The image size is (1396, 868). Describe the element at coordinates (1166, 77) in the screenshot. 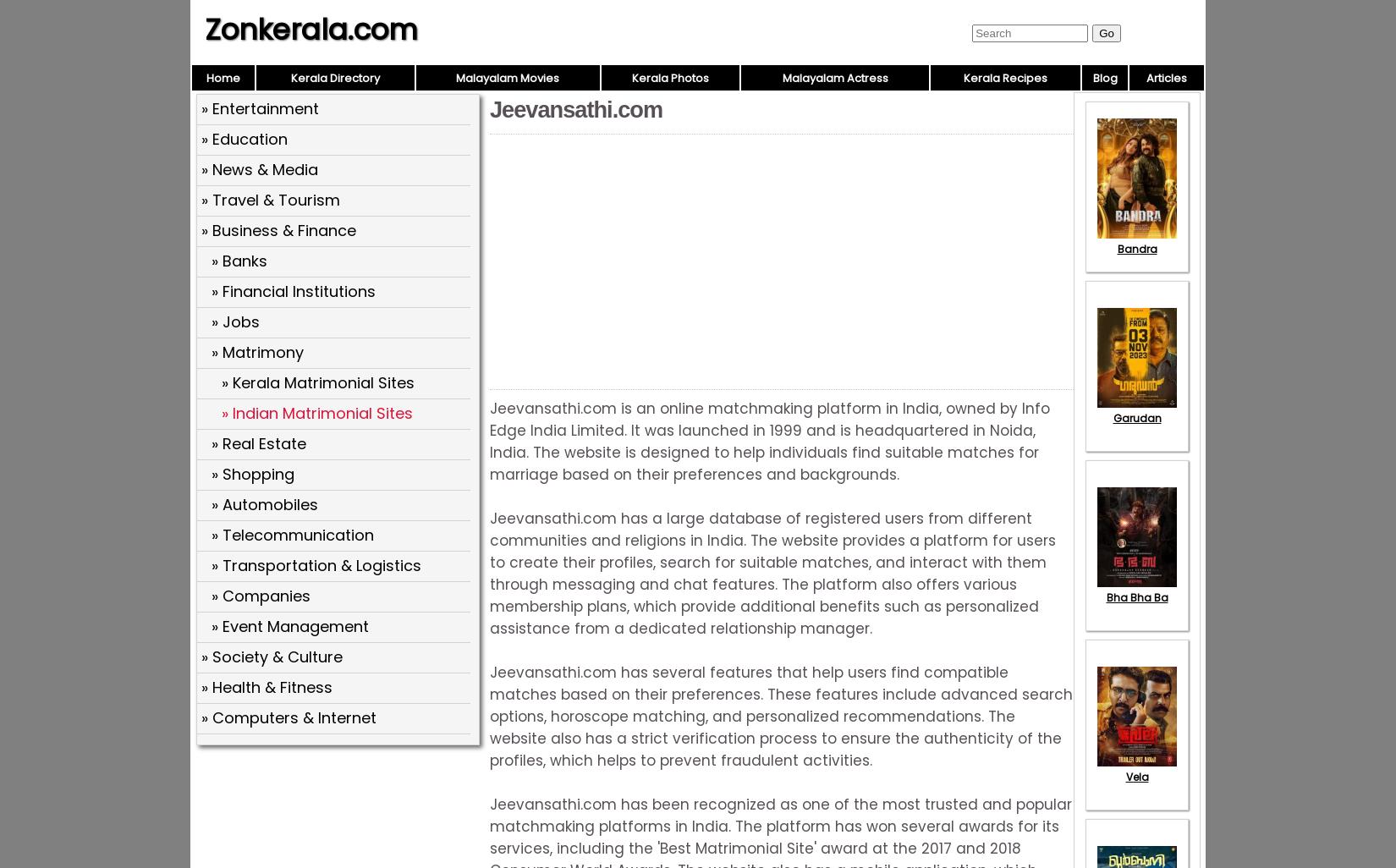

I see `'Articles'` at that location.